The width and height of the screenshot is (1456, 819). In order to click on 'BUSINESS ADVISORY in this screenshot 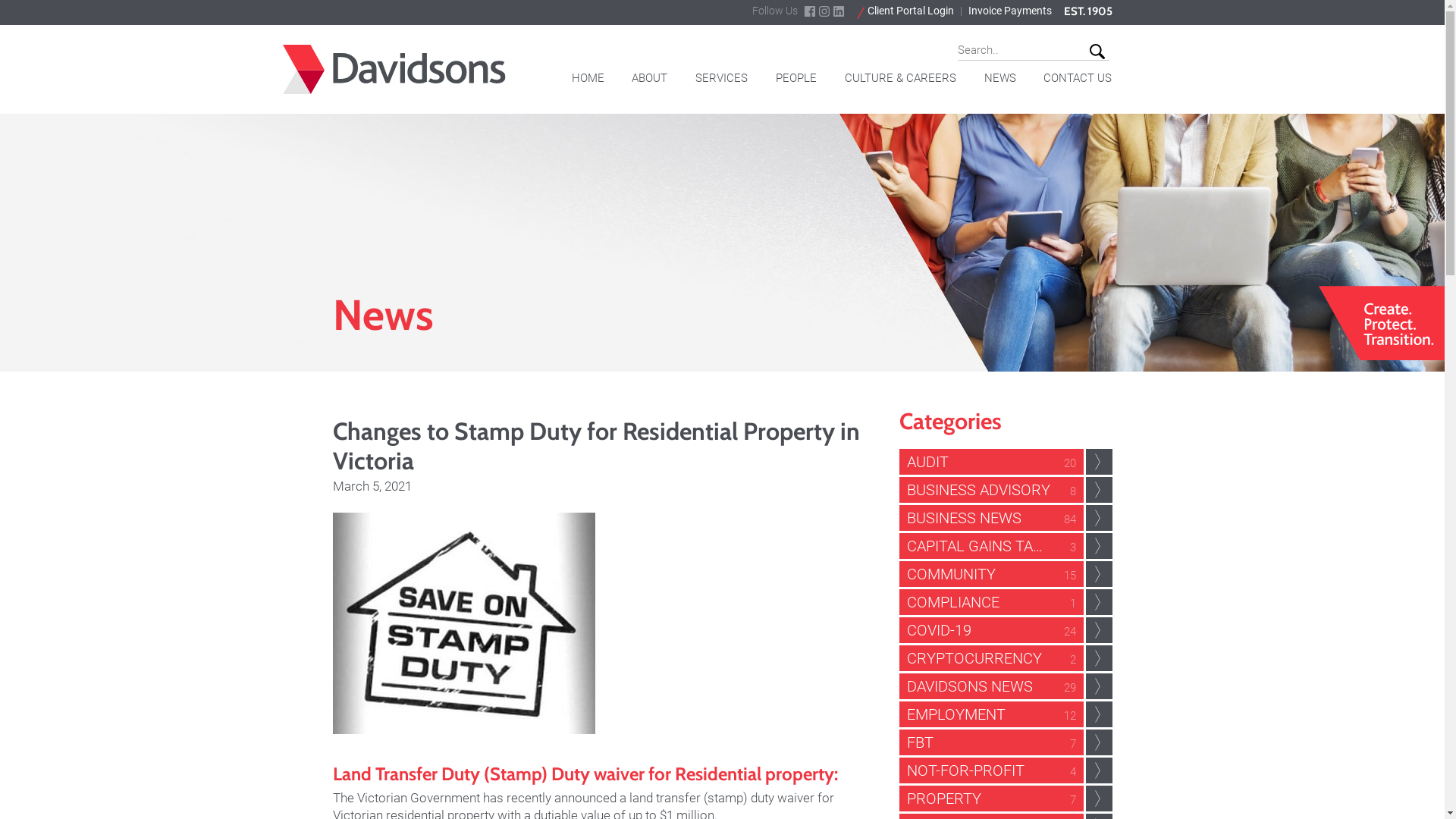, I will do `click(1005, 489)`.